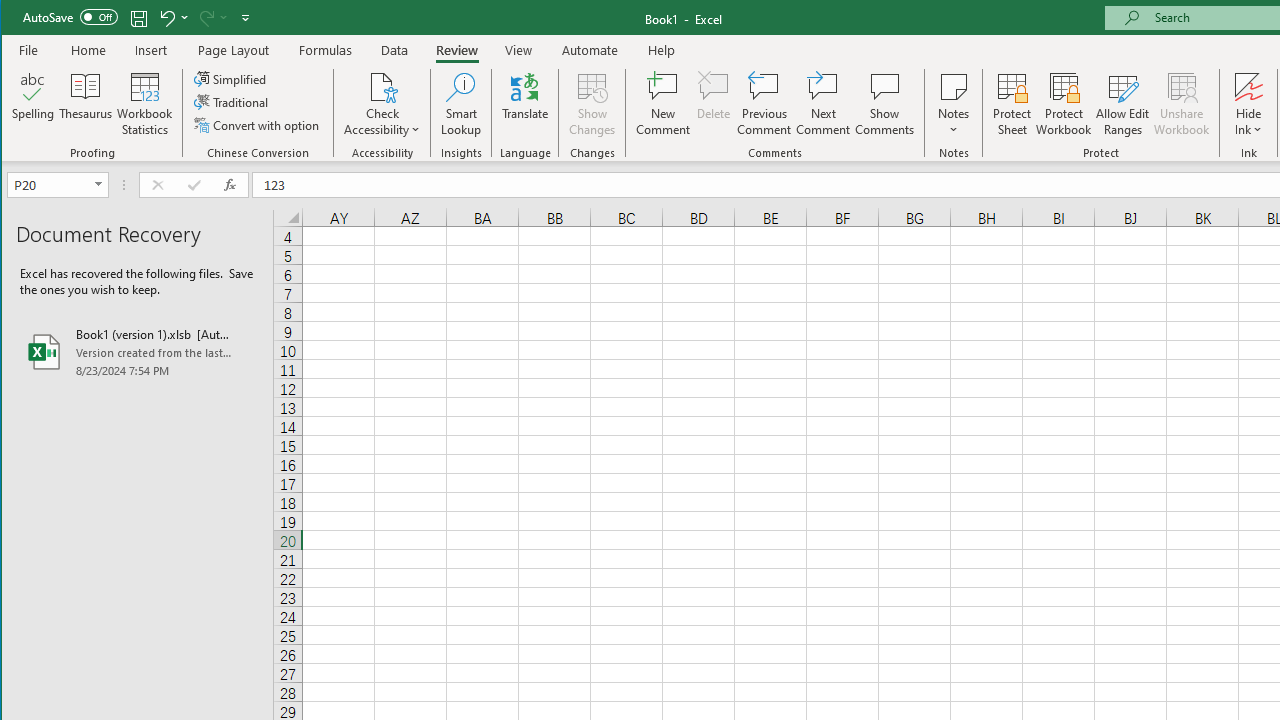  Describe the element at coordinates (591, 104) in the screenshot. I see `'Show Changes'` at that location.